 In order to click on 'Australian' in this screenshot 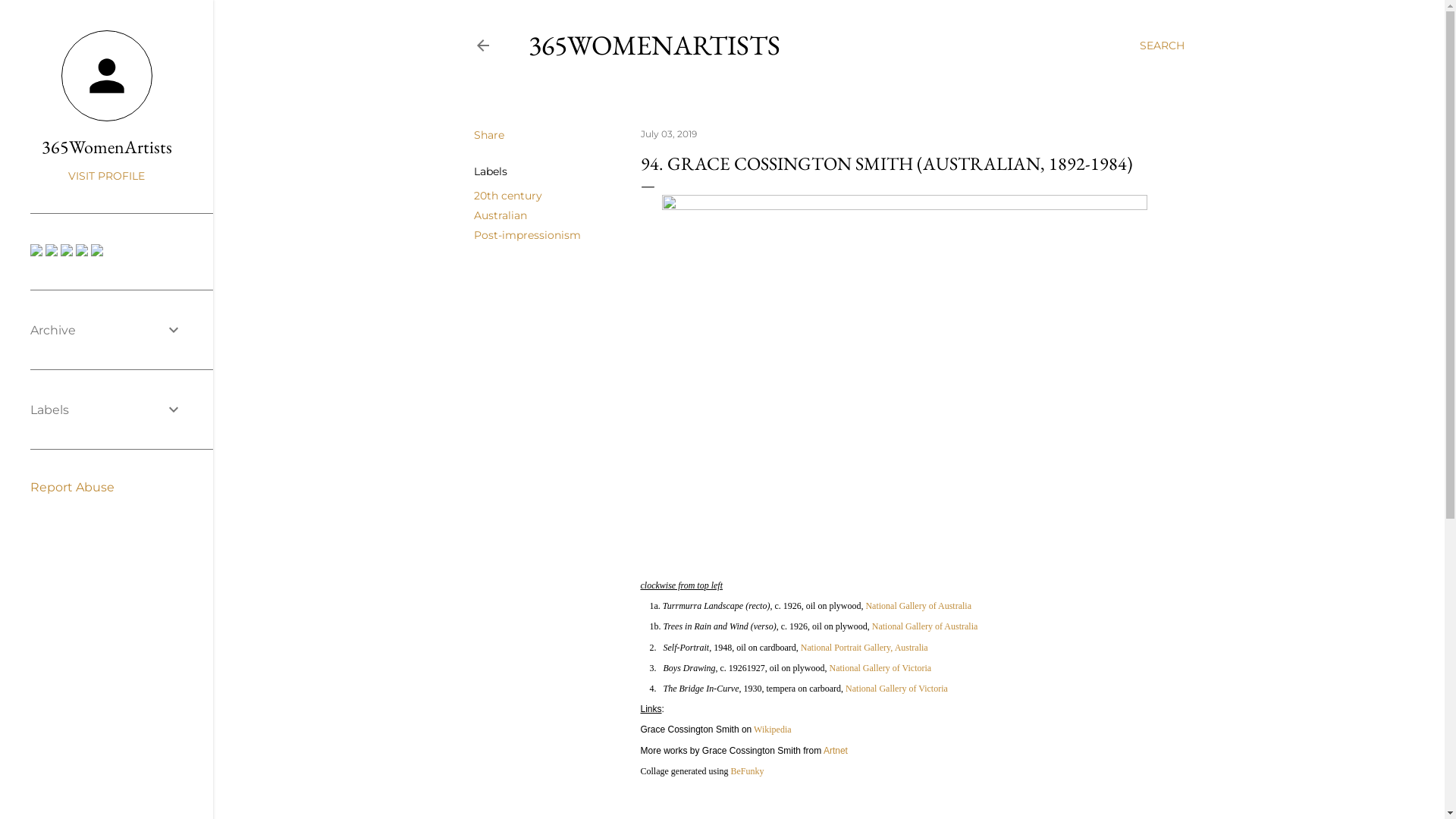, I will do `click(499, 215)`.